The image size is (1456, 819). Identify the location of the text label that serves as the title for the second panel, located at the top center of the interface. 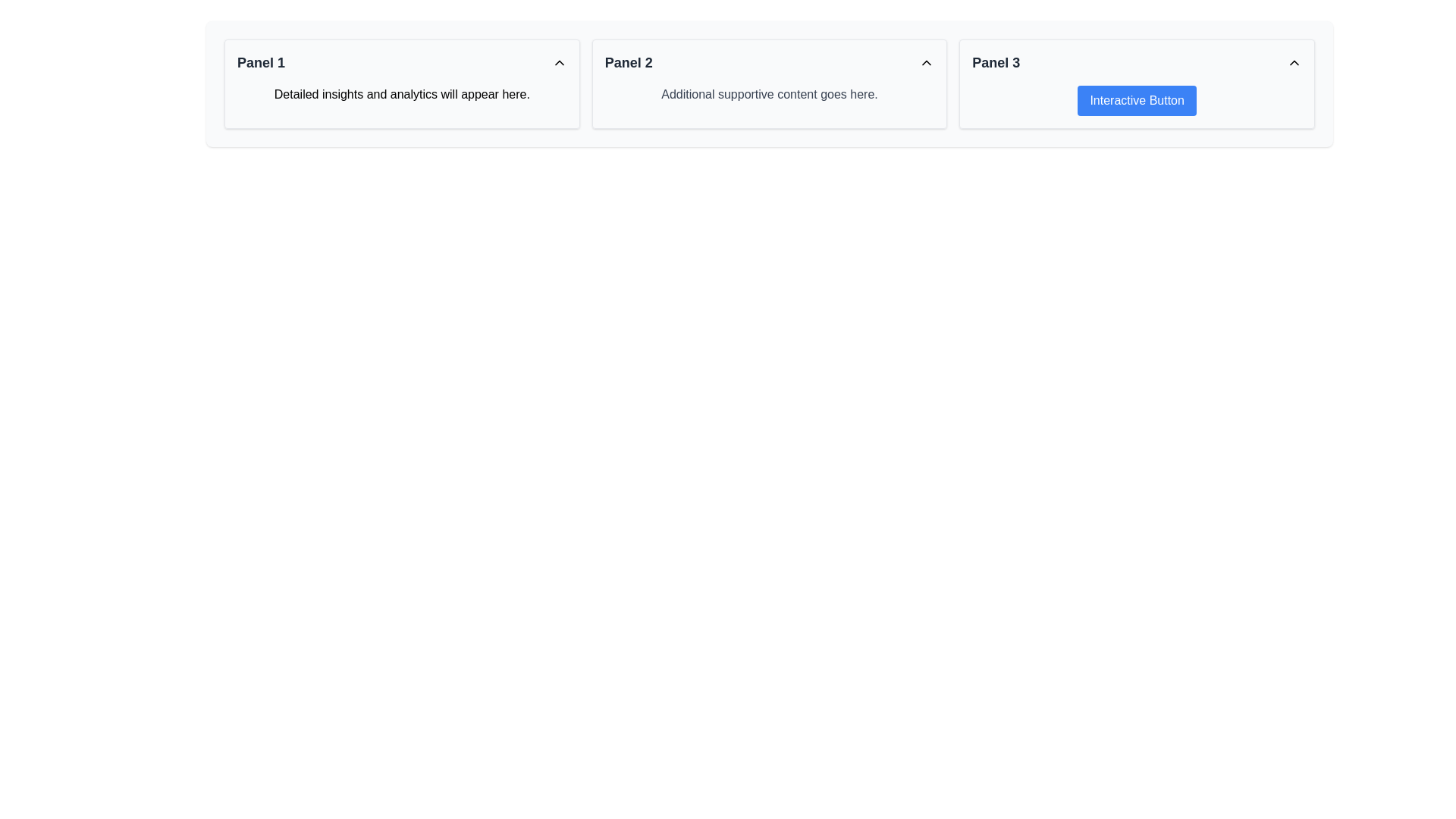
(629, 62).